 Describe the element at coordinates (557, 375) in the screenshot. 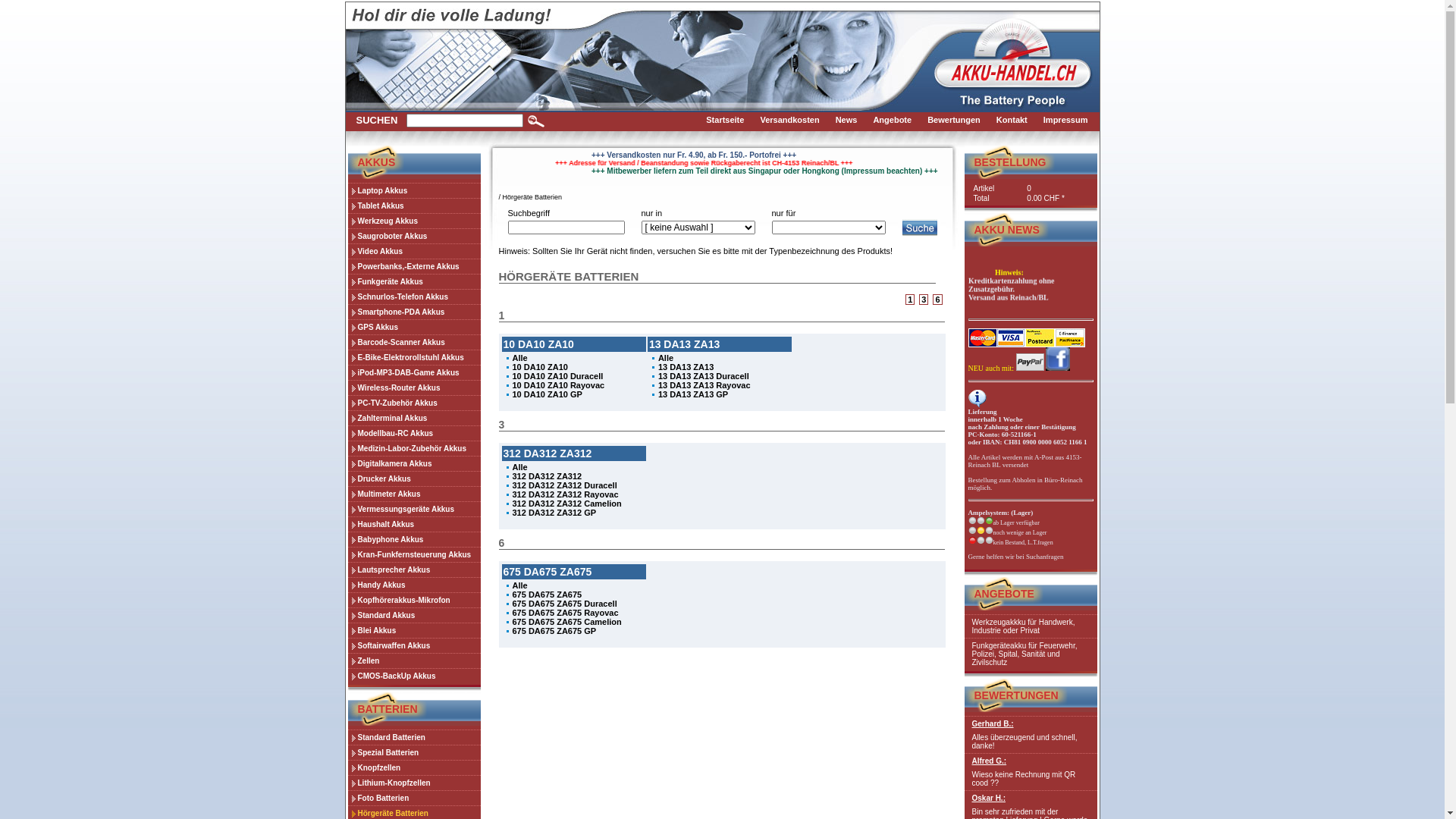

I see `'10 DA10 ZA10 Duracell'` at that location.